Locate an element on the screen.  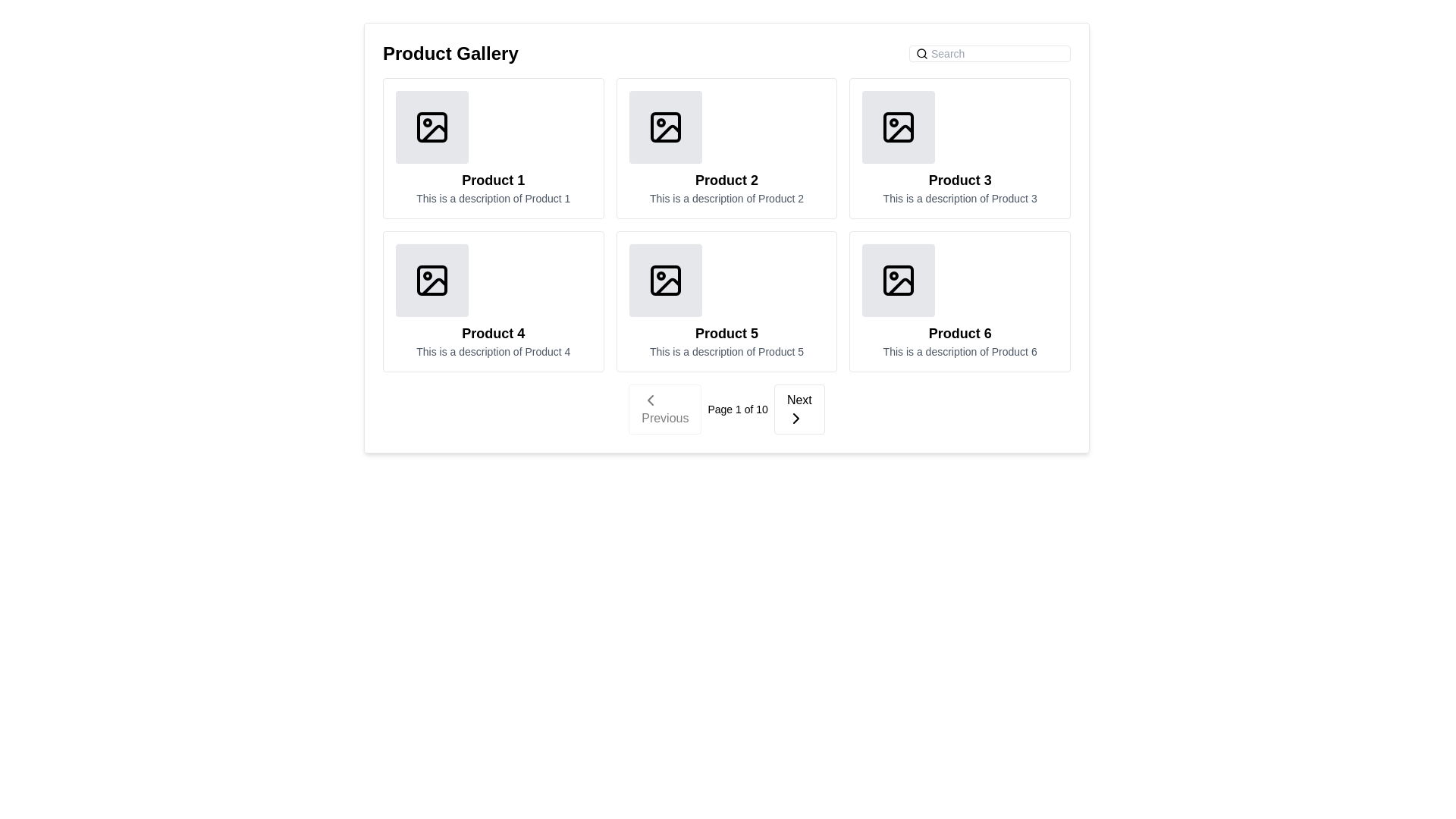
the navigation button that allows the user to navigate to the previous page in a paginated view, located at the bottom left of the interface, immediately to the left of the 'Page 1 of 10' text is located at coordinates (665, 409).